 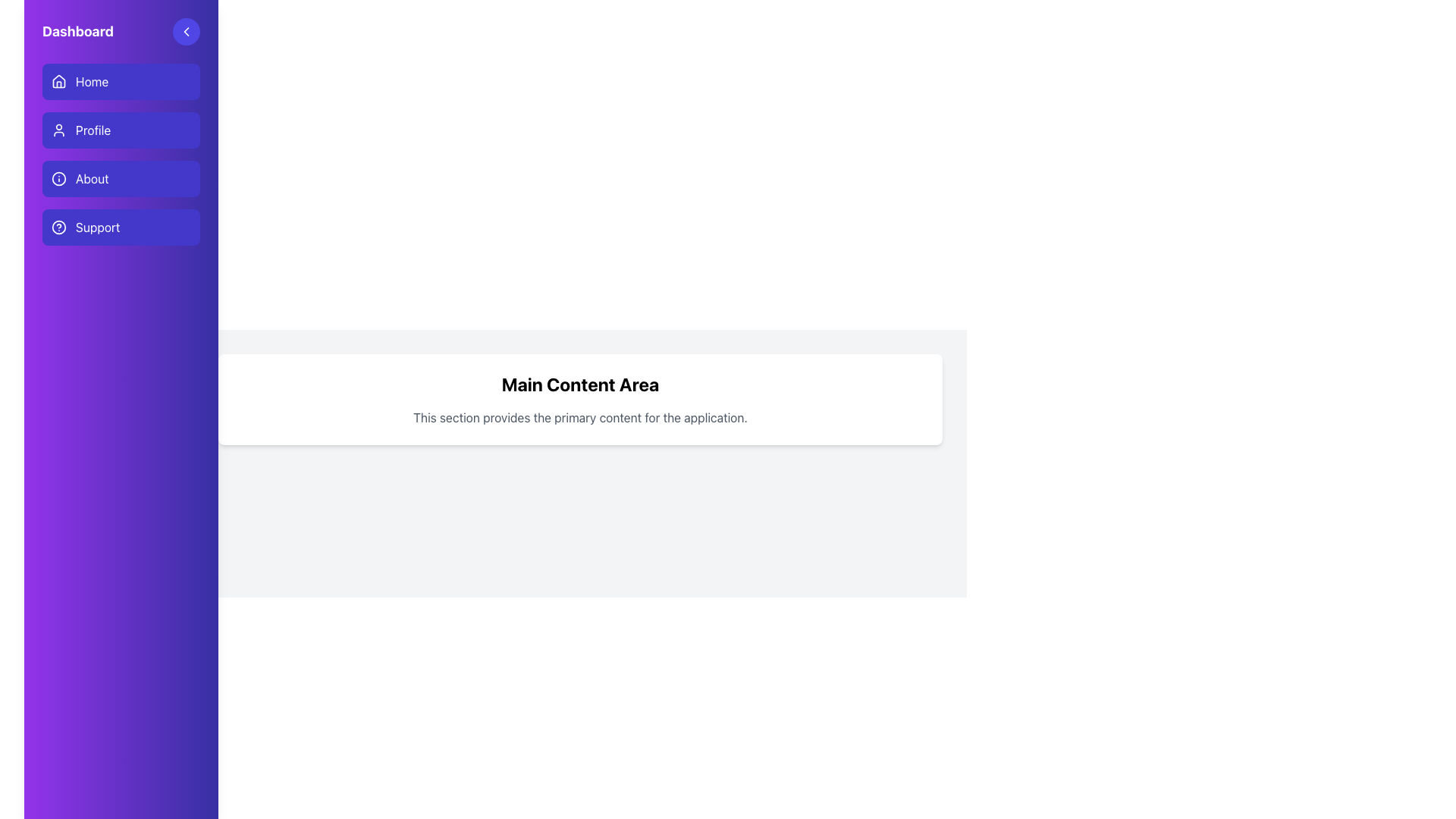 I want to click on the static text element that provides information about the main content area, which is positioned below the heading labeled 'Main Content Area', so click(x=579, y=418).